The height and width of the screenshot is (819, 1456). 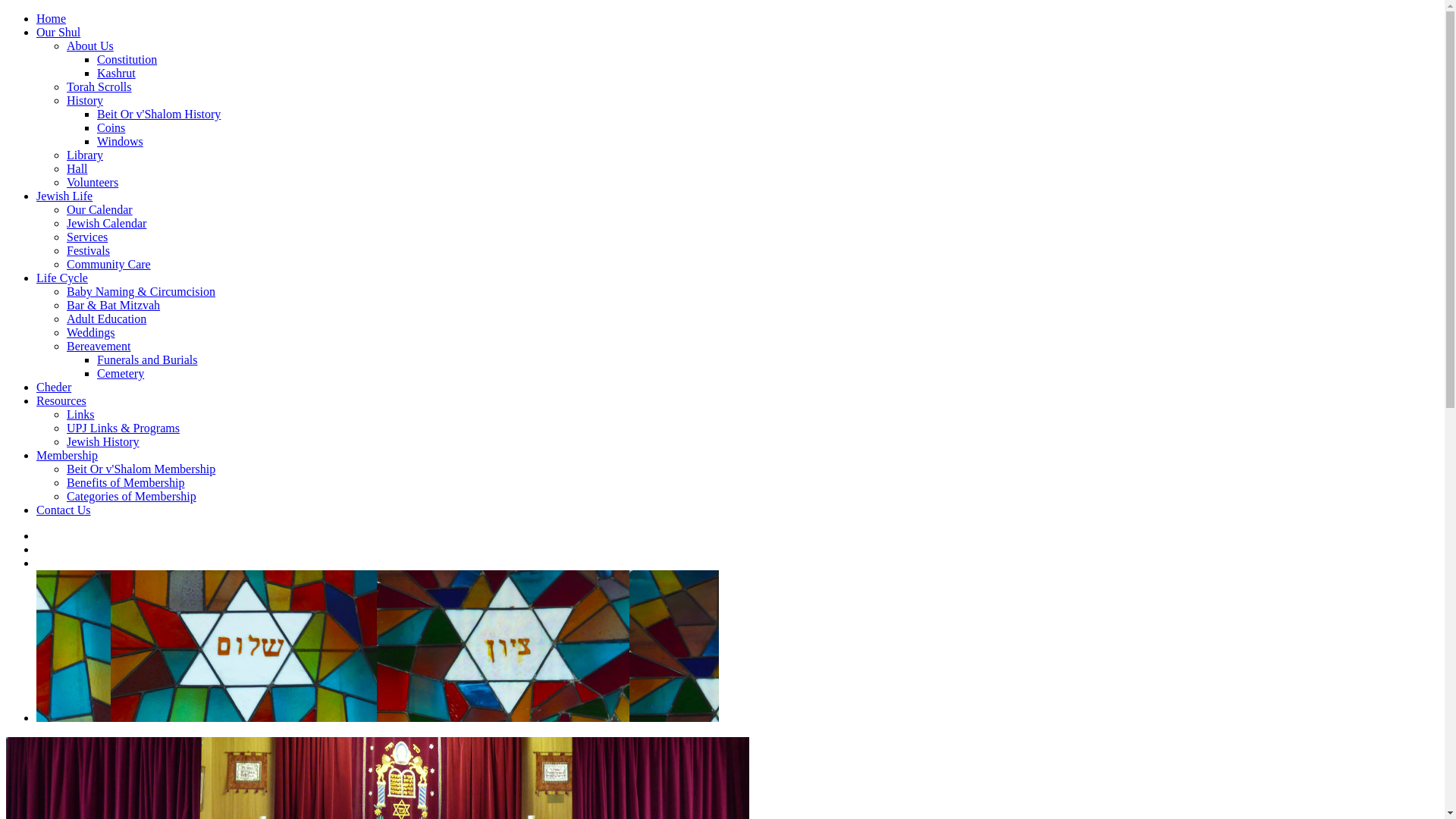 I want to click on 'Adult Education', so click(x=105, y=318).